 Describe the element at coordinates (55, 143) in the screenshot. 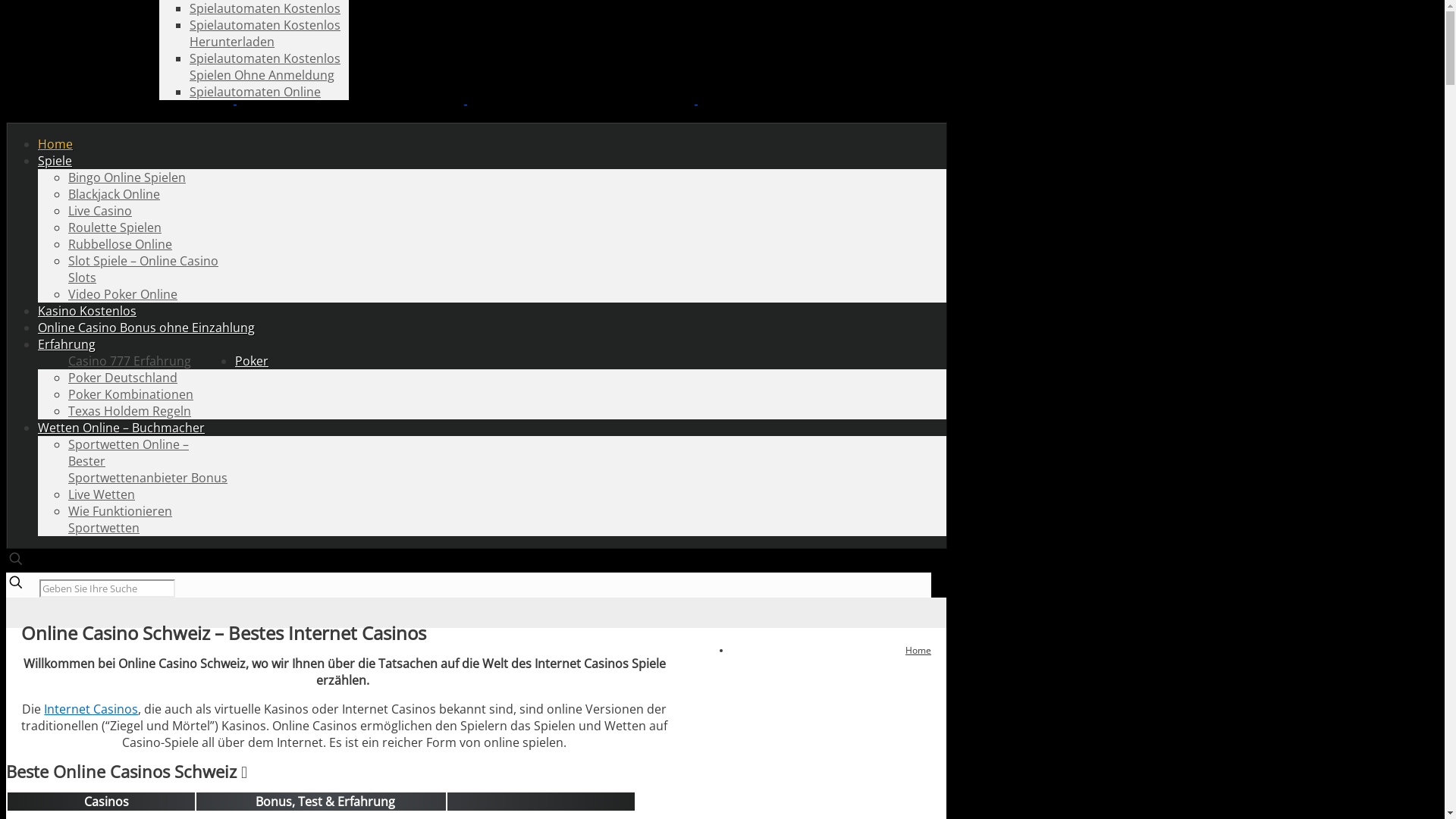

I see `'Home'` at that location.